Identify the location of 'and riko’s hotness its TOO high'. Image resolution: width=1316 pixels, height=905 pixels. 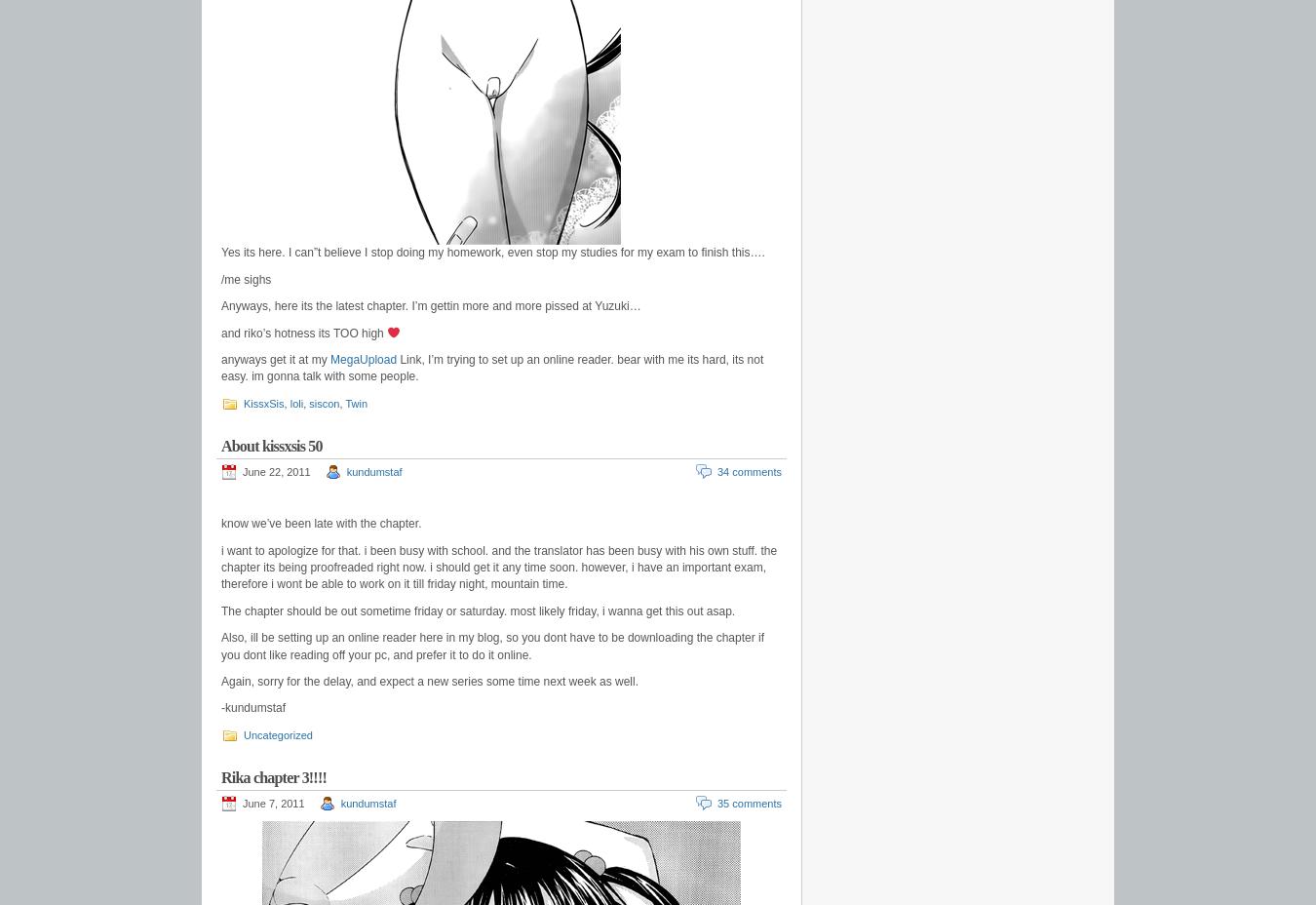
(302, 332).